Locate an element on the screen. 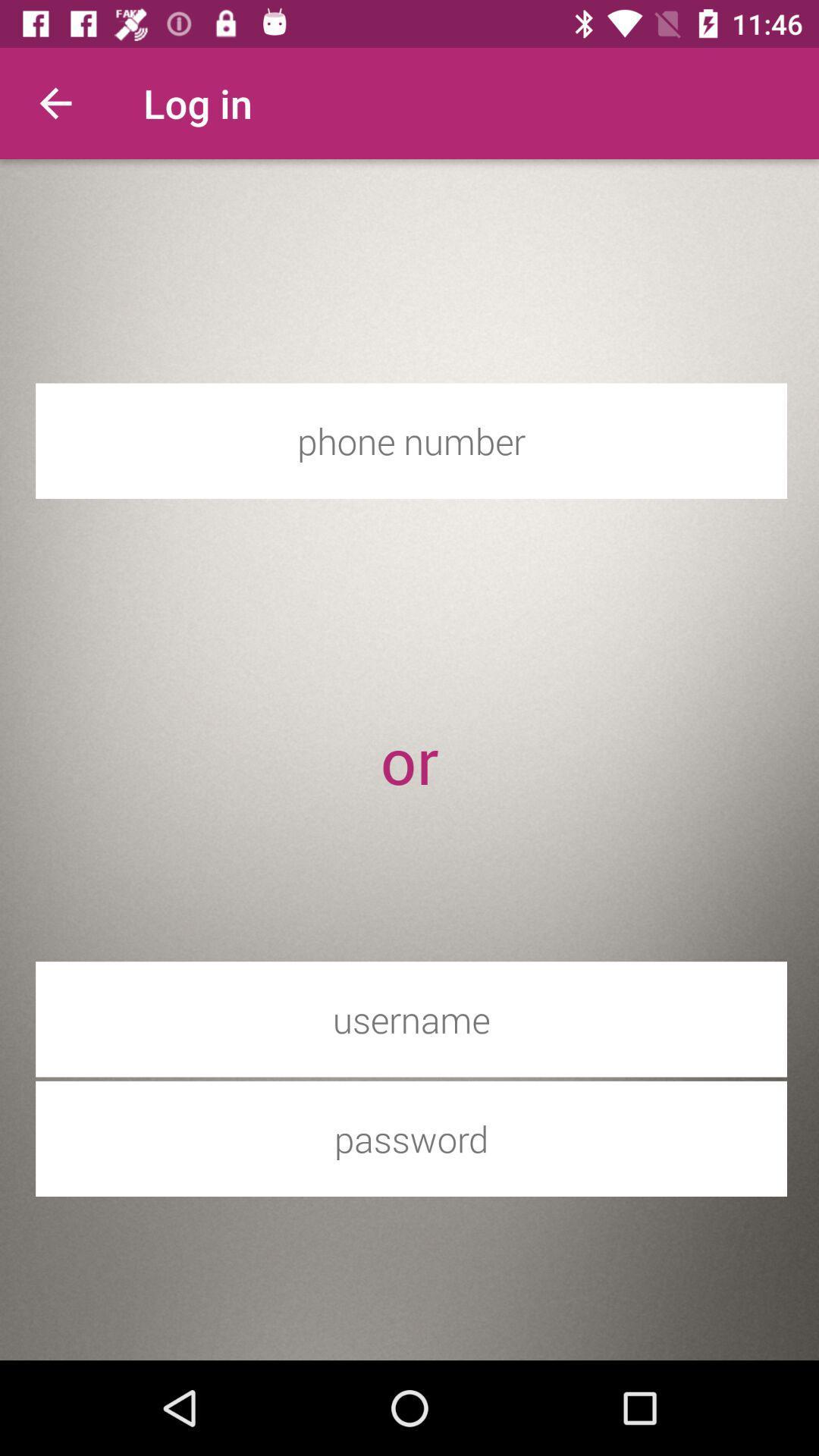 This screenshot has height=1456, width=819. using phone number is located at coordinates (411, 440).